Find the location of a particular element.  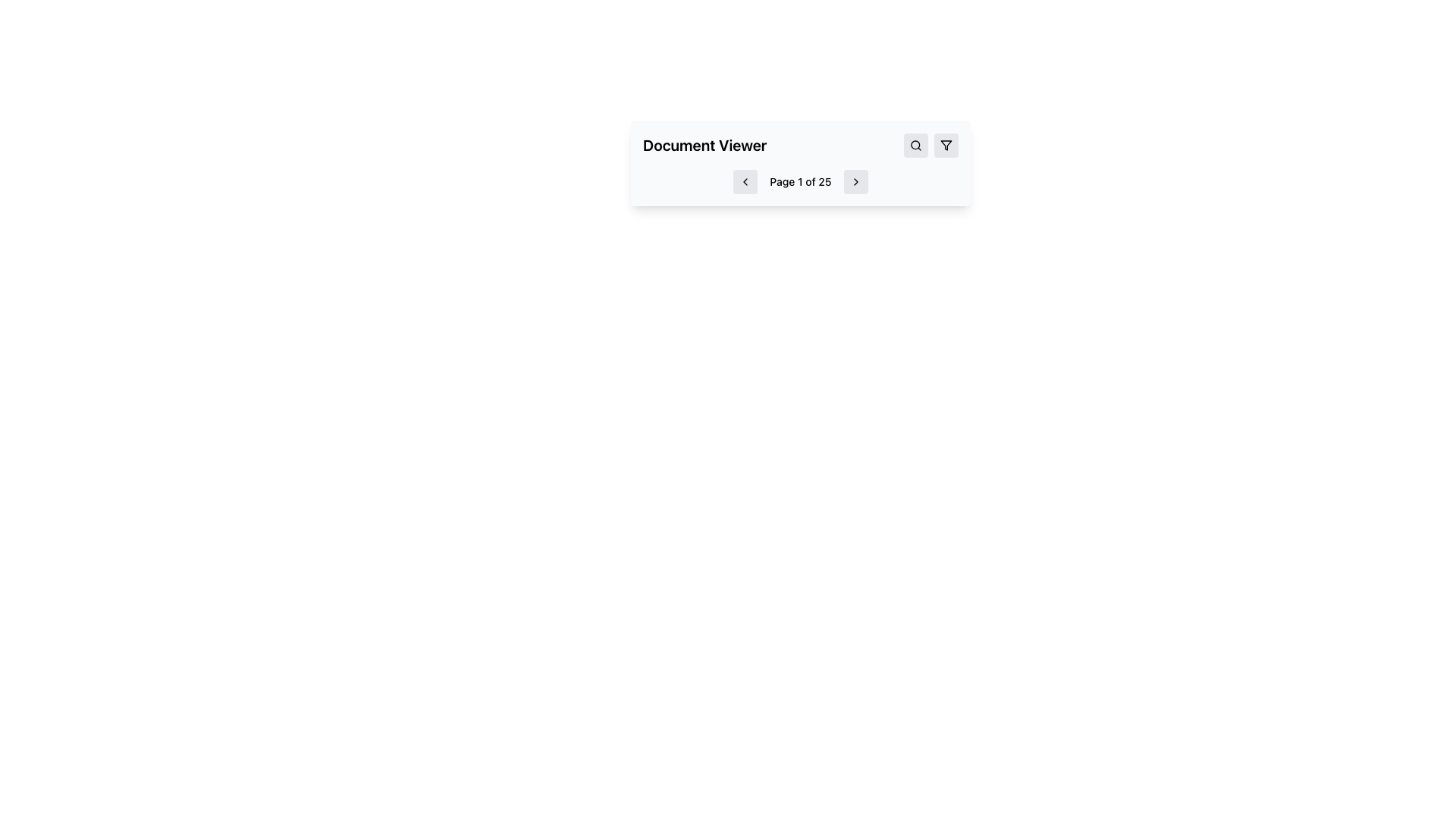

the chevron icon used for navigation, located within a light gray button before the 'Page 1 of 25' label in the document viewer interface is located at coordinates (745, 180).